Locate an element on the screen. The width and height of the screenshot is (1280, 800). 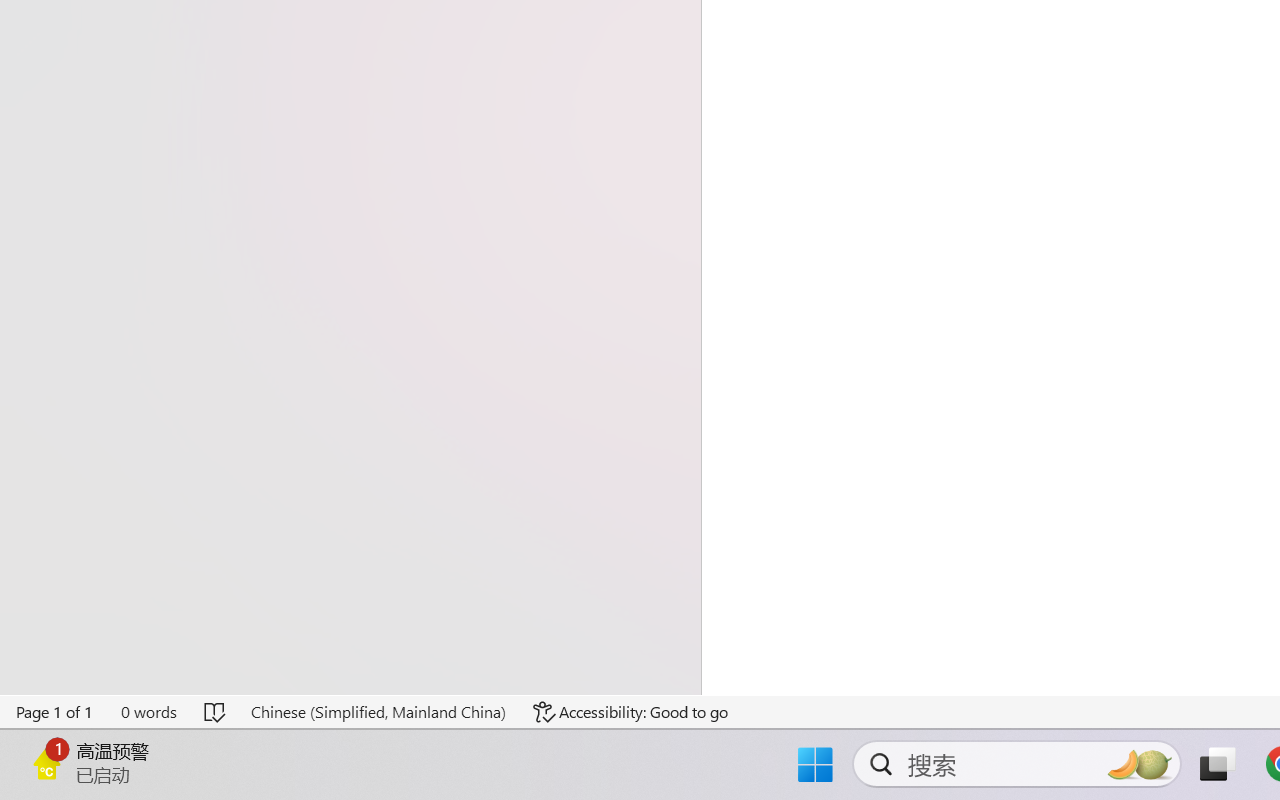
'Language Chinese (Simplified, Mainland China)' is located at coordinates (378, 711).